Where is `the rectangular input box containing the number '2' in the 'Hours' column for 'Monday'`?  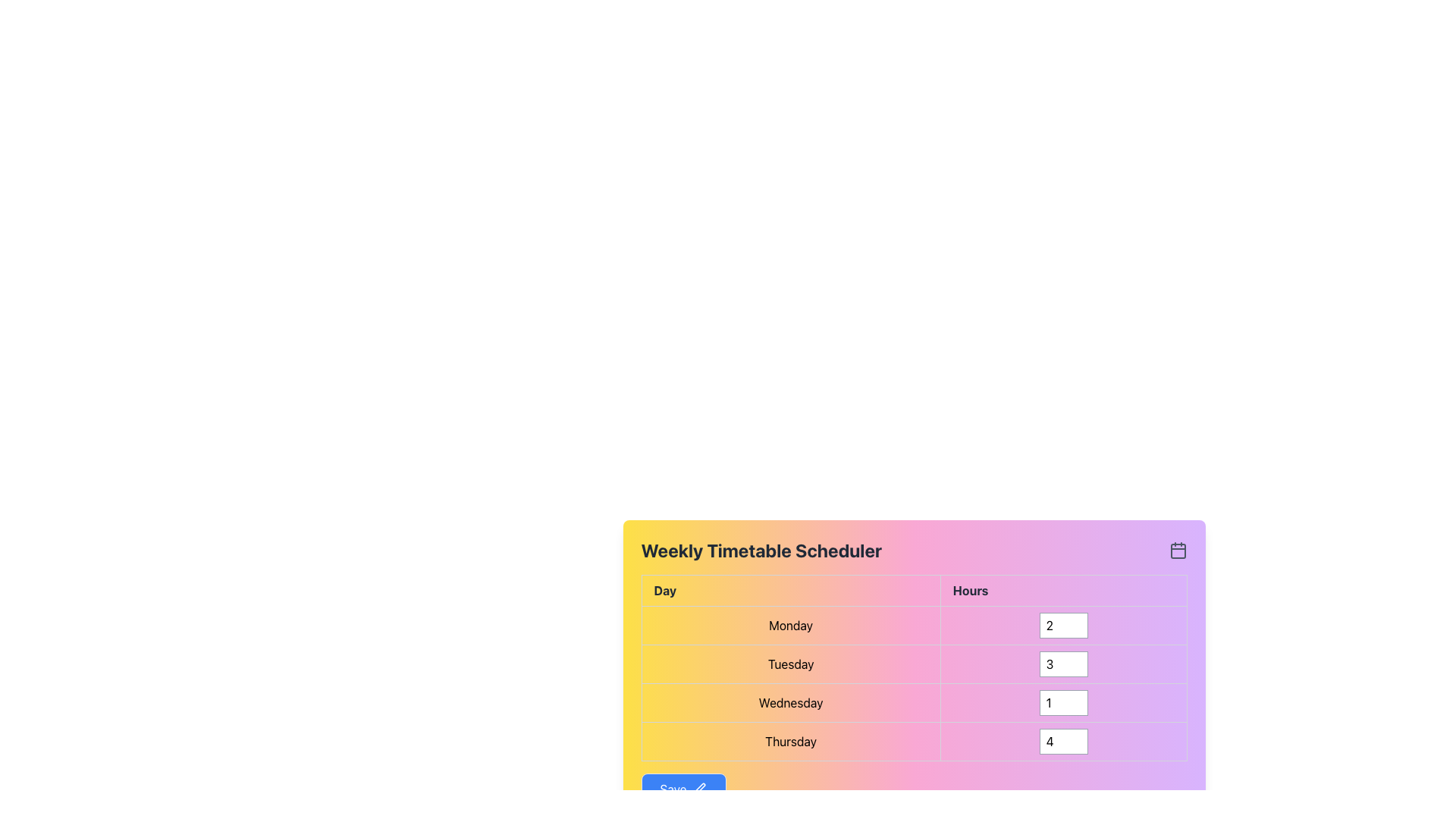 the rectangular input box containing the number '2' in the 'Hours' column for 'Monday' is located at coordinates (1062, 626).